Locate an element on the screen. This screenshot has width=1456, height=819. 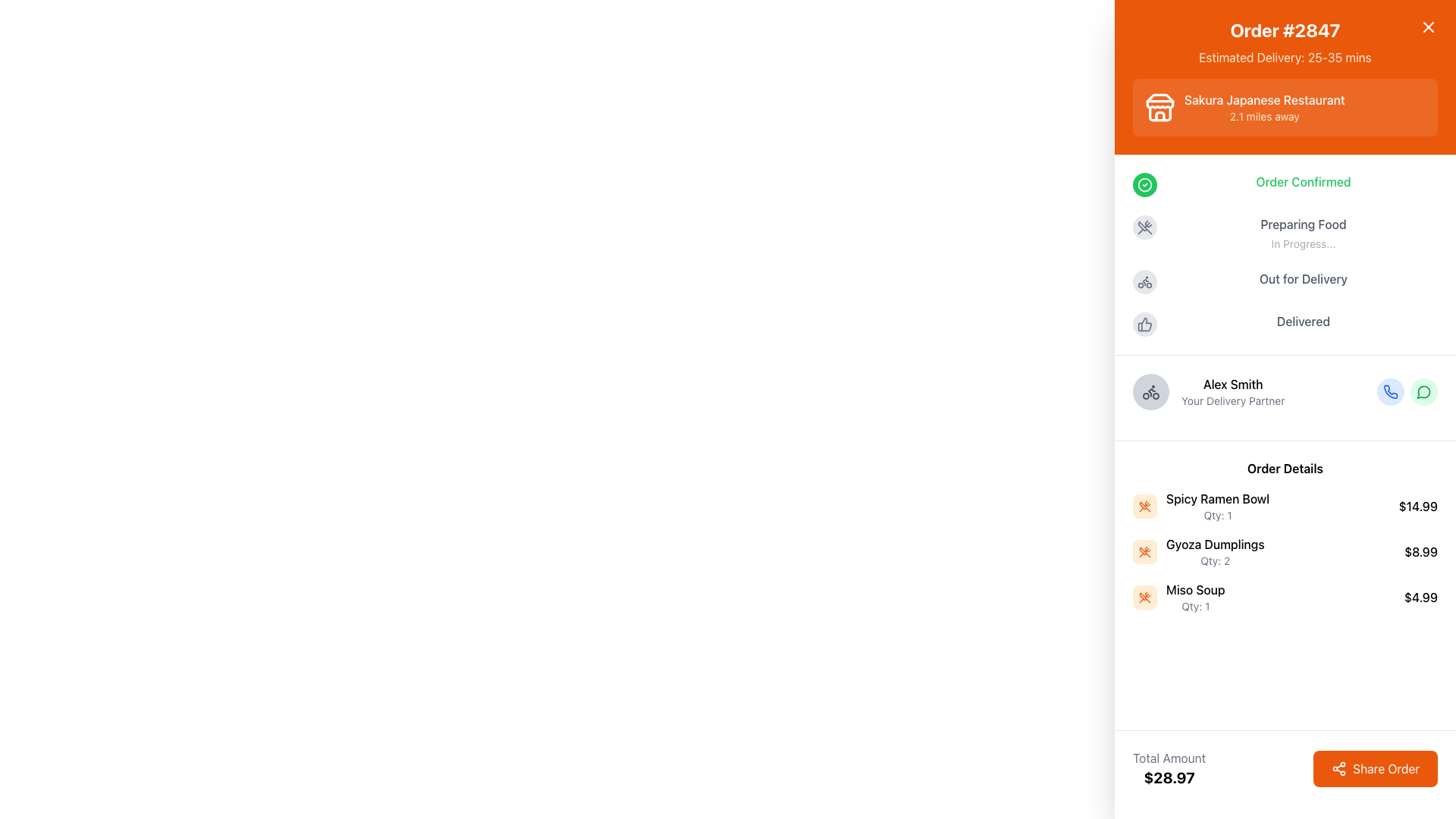
informational label displaying the proximity of the restaurant located beneath the bolded text 'Sakura Japanese Restaurant' in the upper section of the right sidebar is located at coordinates (1264, 116).